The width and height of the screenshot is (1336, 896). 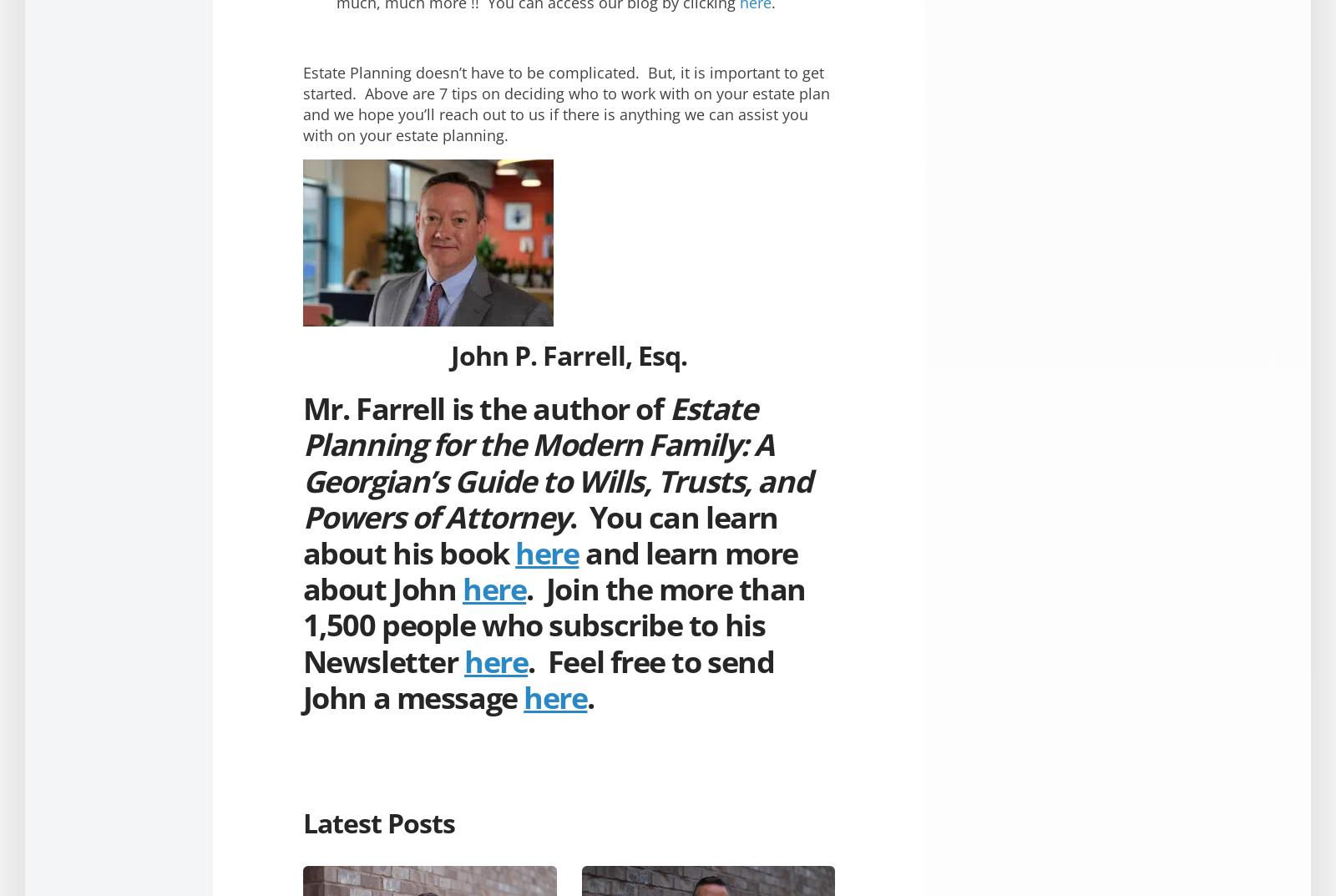 I want to click on 'Mr. Farrell is the author of', so click(x=302, y=408).